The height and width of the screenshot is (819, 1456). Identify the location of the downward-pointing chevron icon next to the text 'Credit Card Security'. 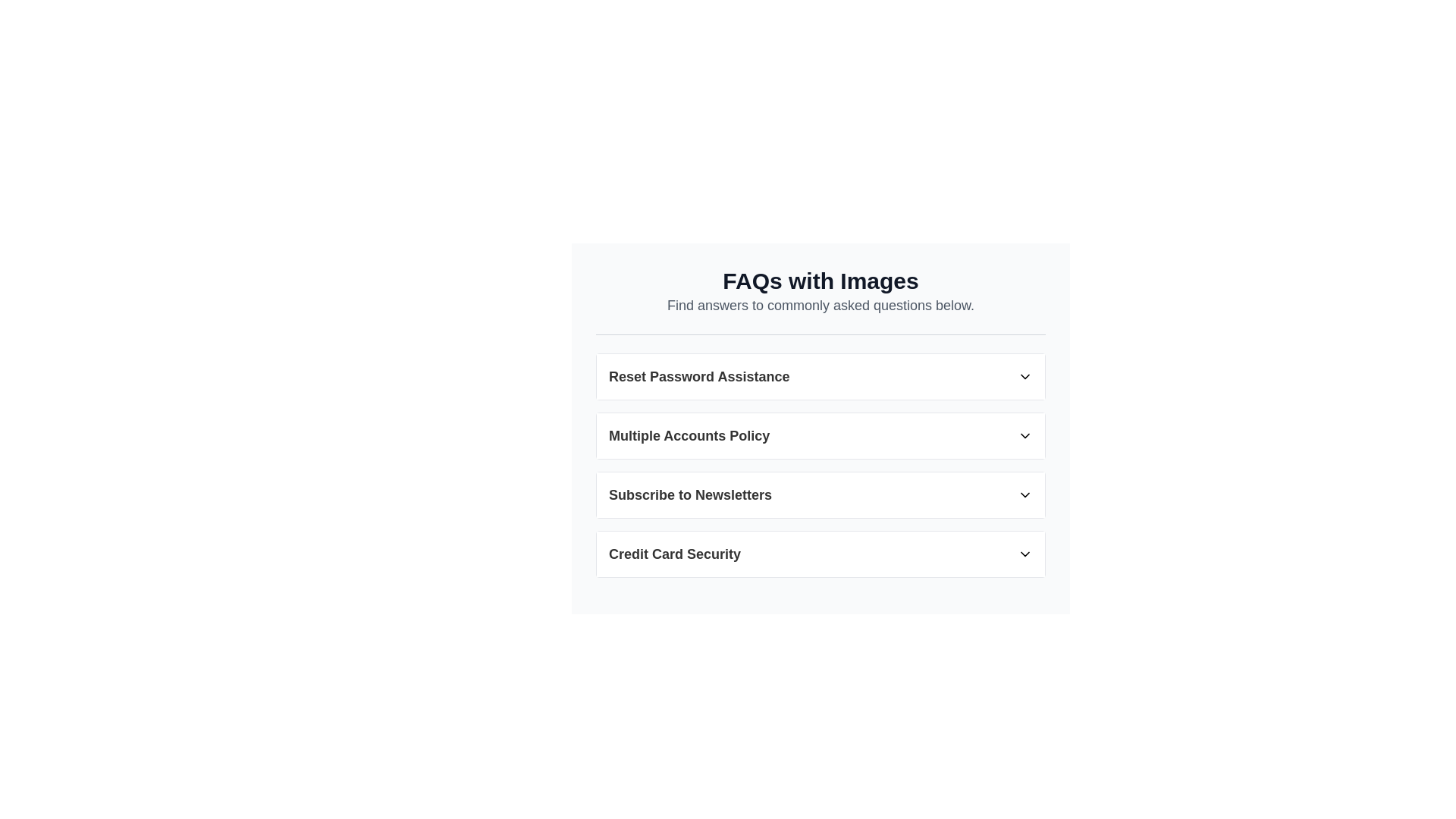
(1025, 554).